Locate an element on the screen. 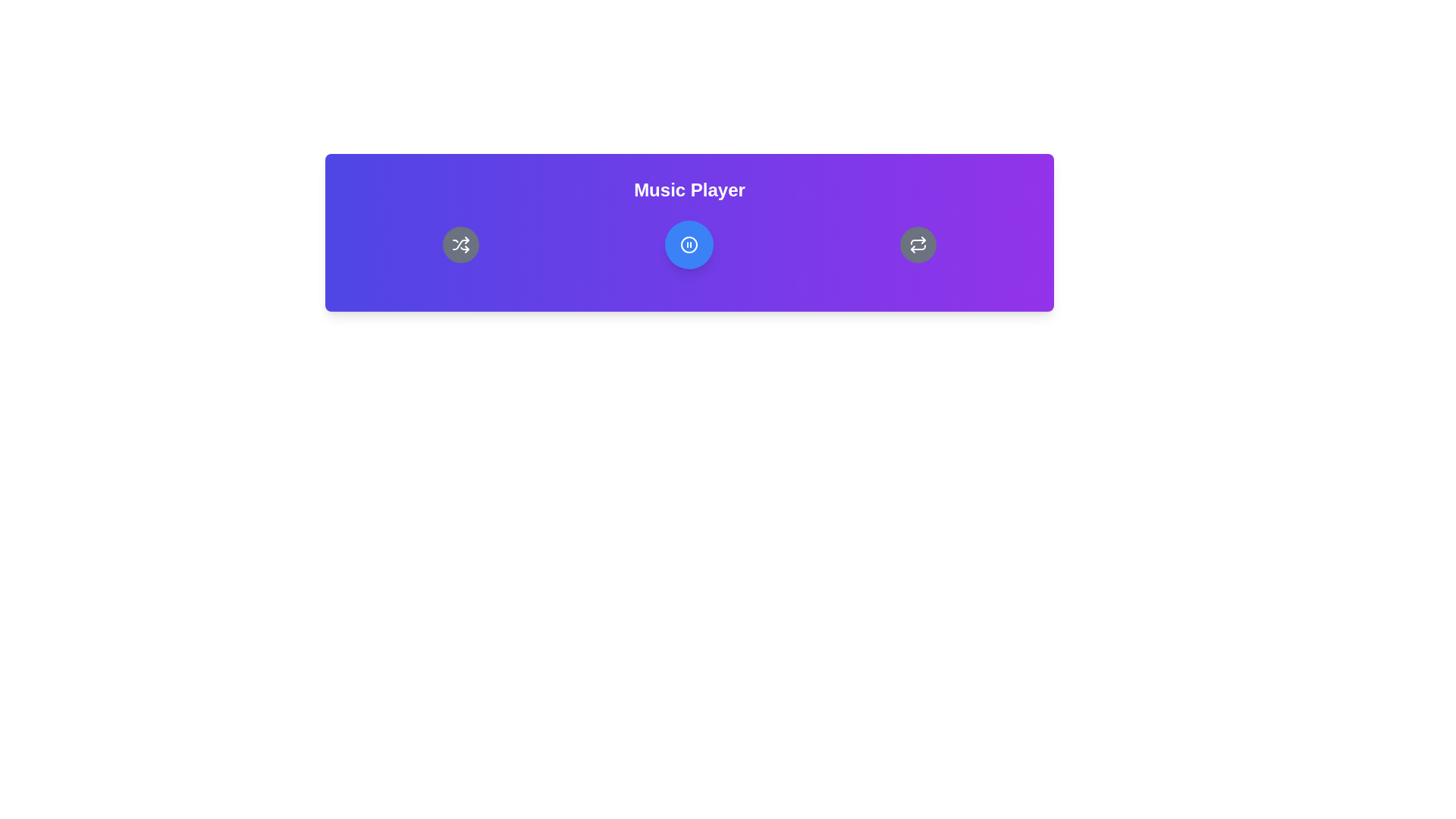 Image resolution: width=1456 pixels, height=819 pixels. the pause button in the music player interface is located at coordinates (689, 244).